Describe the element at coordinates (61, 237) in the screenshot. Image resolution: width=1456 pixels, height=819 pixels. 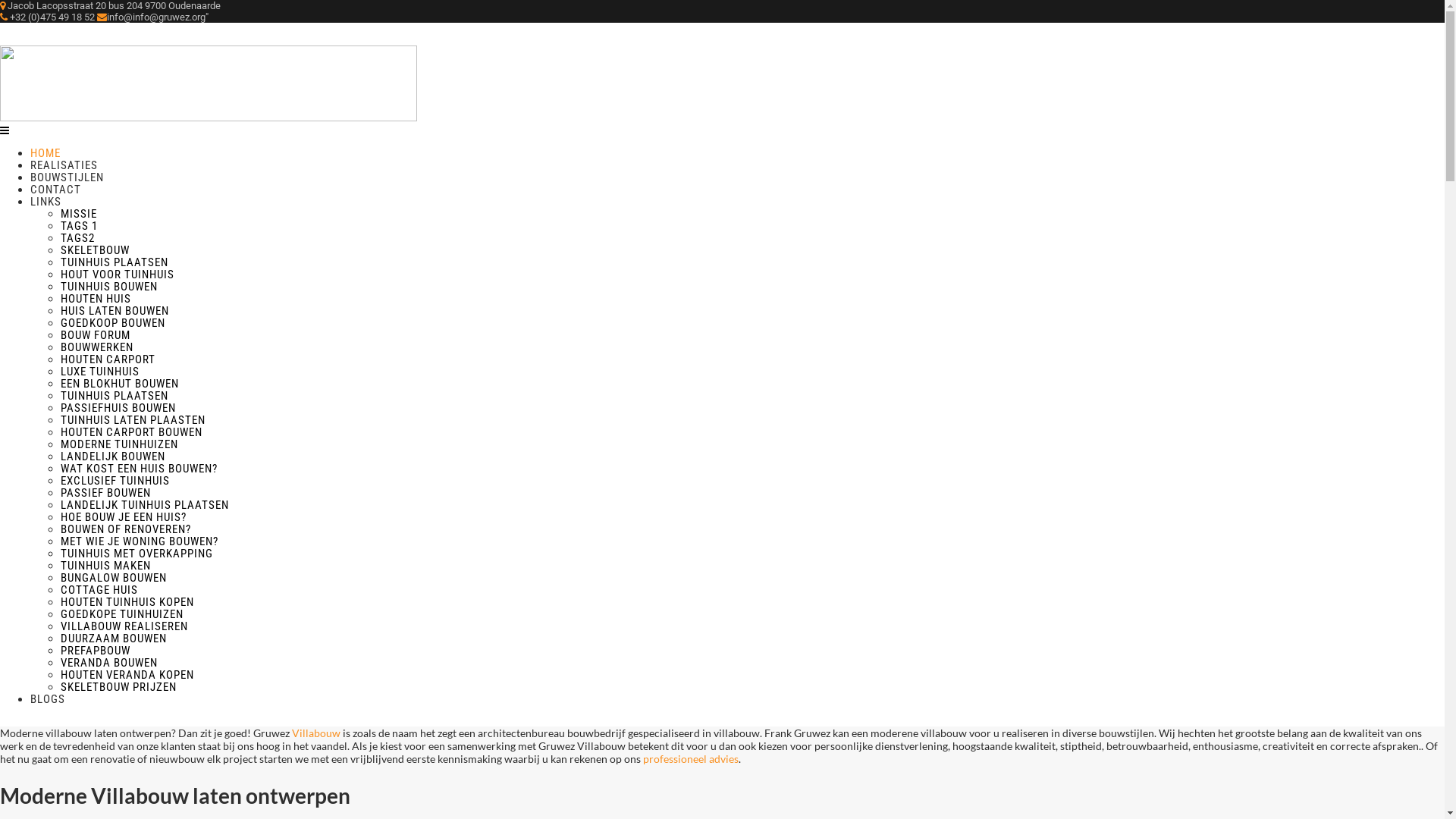
I see `'TAGS2'` at that location.